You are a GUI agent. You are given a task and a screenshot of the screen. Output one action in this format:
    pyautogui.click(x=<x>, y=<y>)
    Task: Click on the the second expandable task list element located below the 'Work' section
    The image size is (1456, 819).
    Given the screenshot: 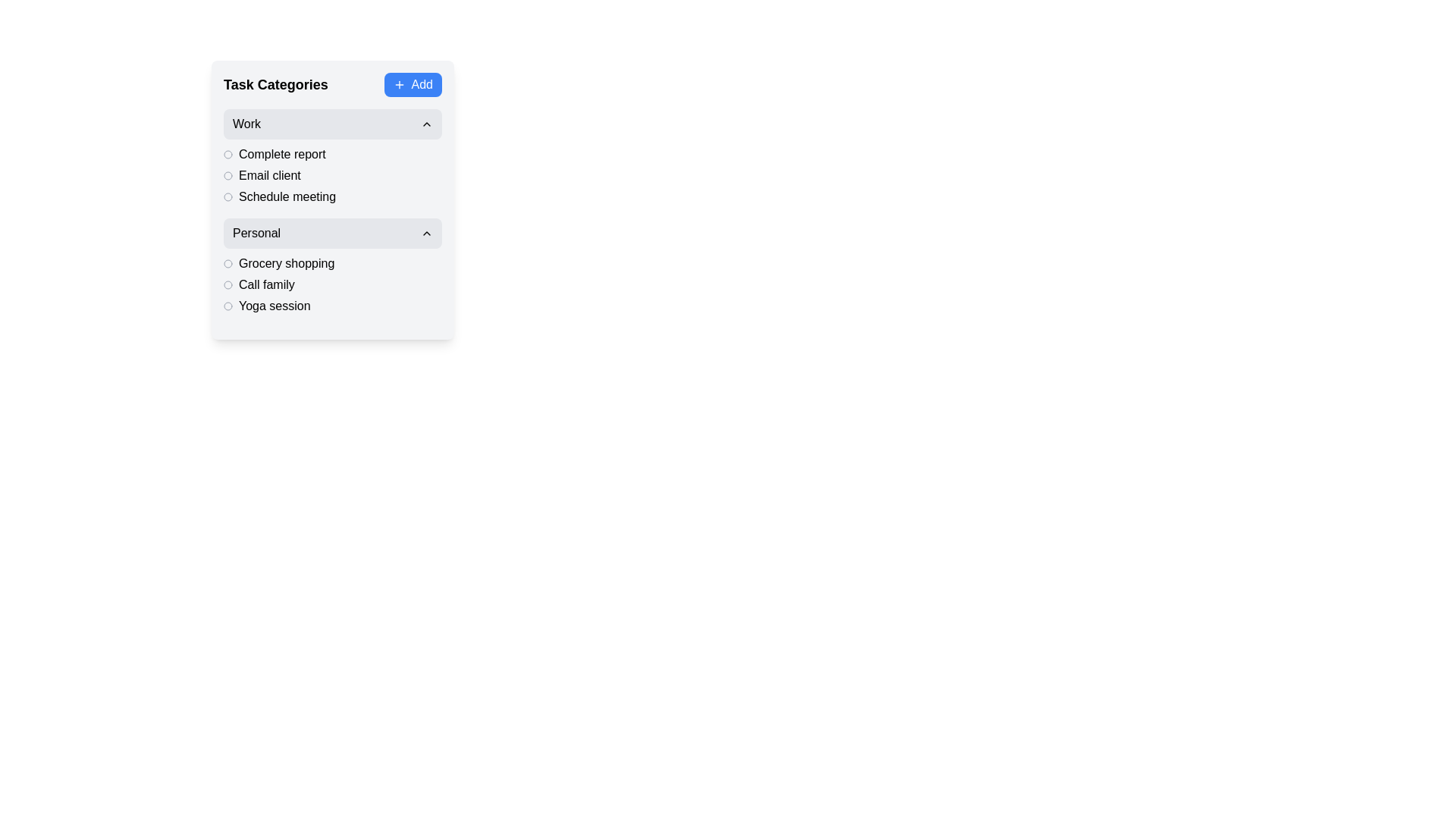 What is the action you would take?
    pyautogui.click(x=331, y=265)
    